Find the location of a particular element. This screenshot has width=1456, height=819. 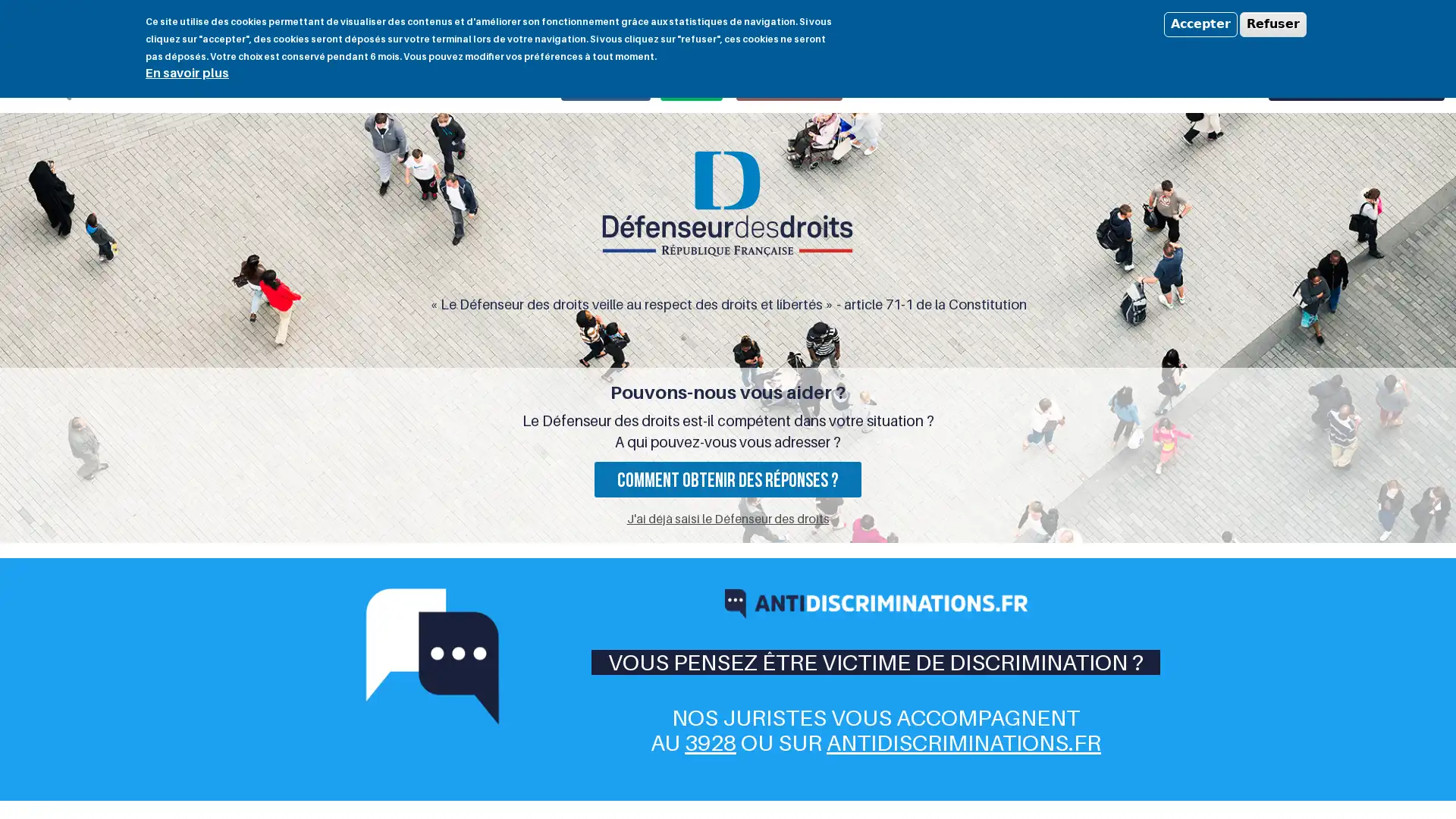

En savoir plus is located at coordinates (186, 72).